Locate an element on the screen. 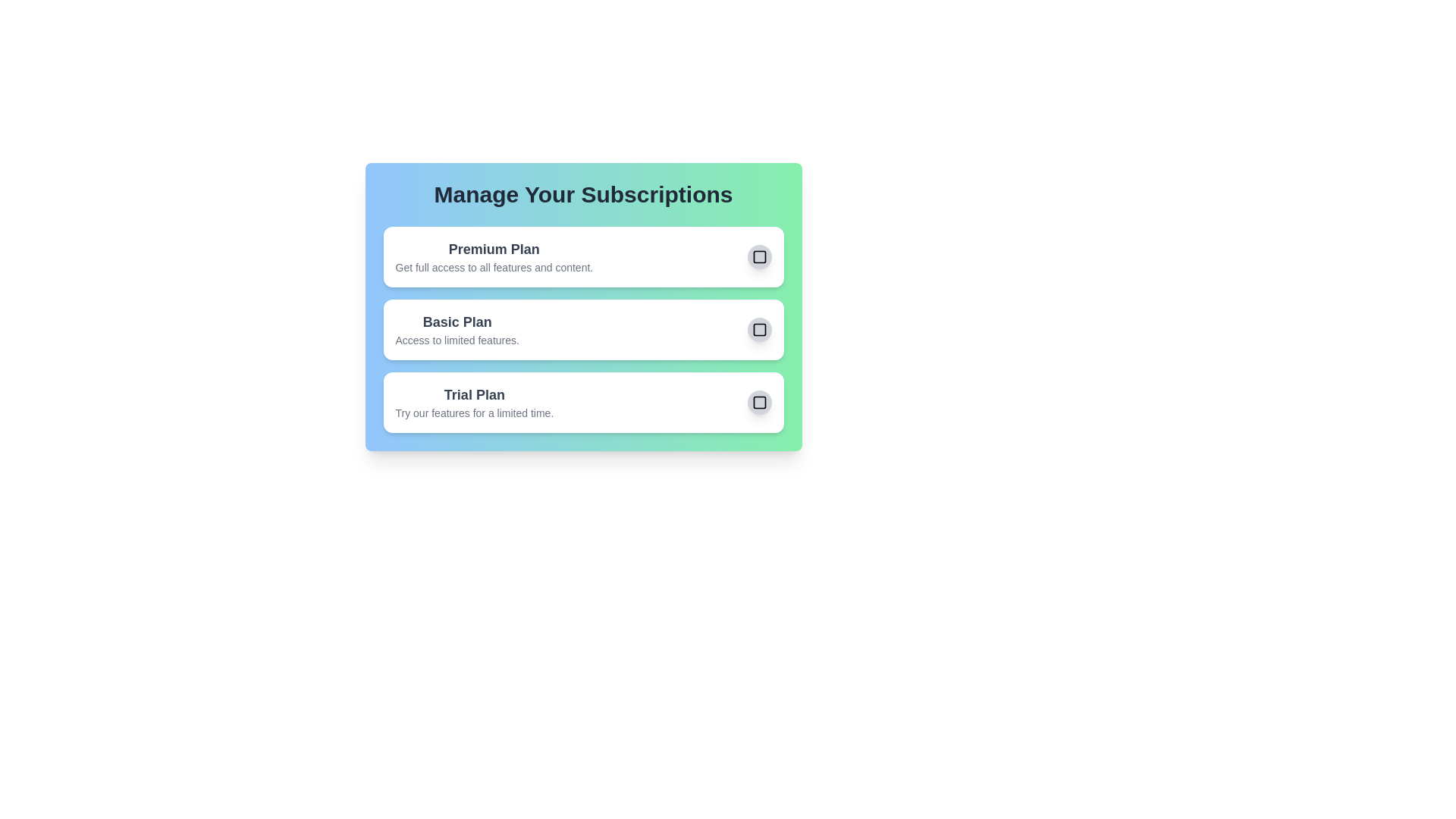  the interactive marker for the 'Premium Plan' subscription option, which is the topmost square in the vertical list of subscription plans is located at coordinates (759, 256).